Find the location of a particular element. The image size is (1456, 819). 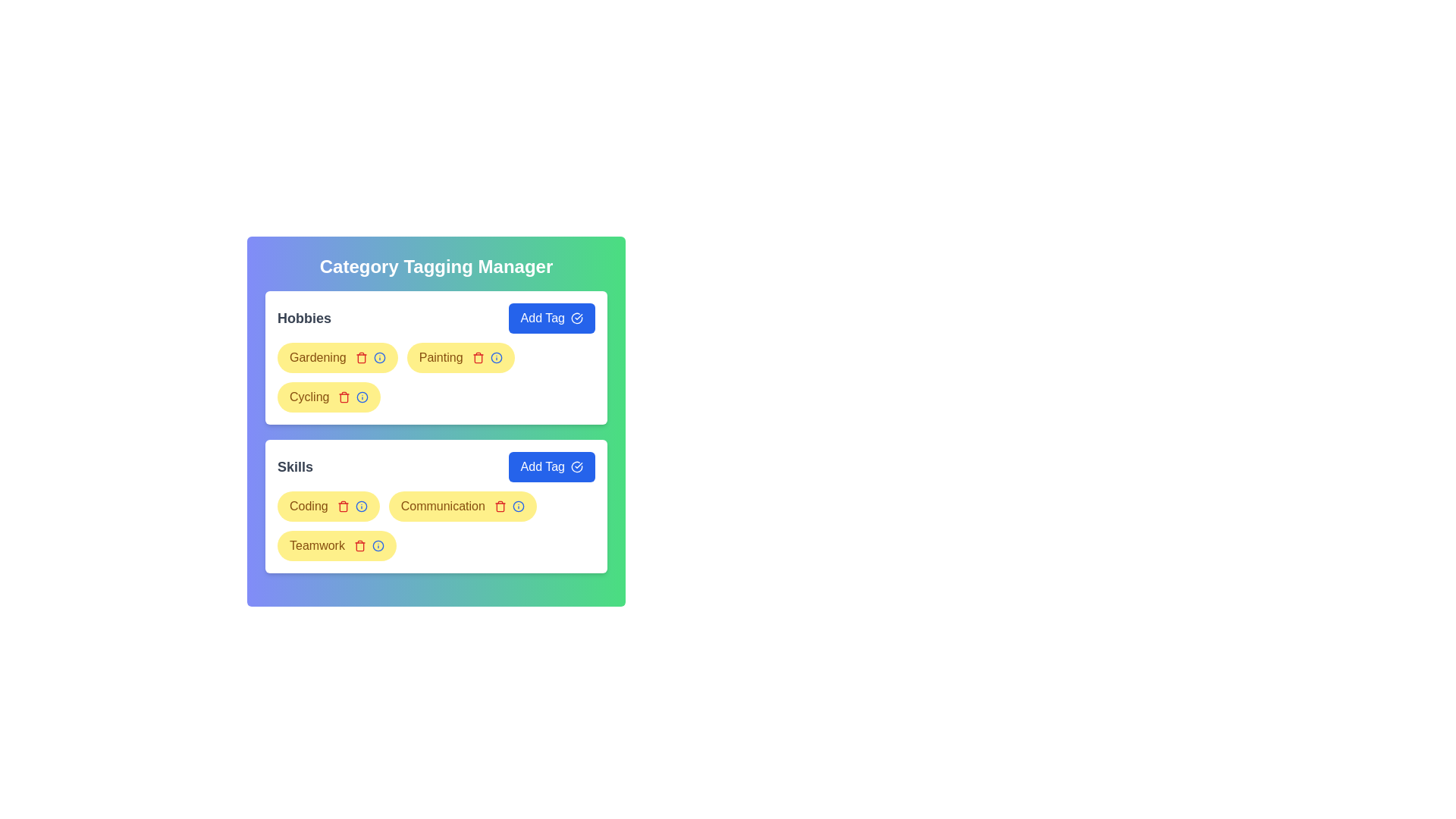

the info icon button located to the right of the 'Teamwork' text and trash bin icon is located at coordinates (378, 546).